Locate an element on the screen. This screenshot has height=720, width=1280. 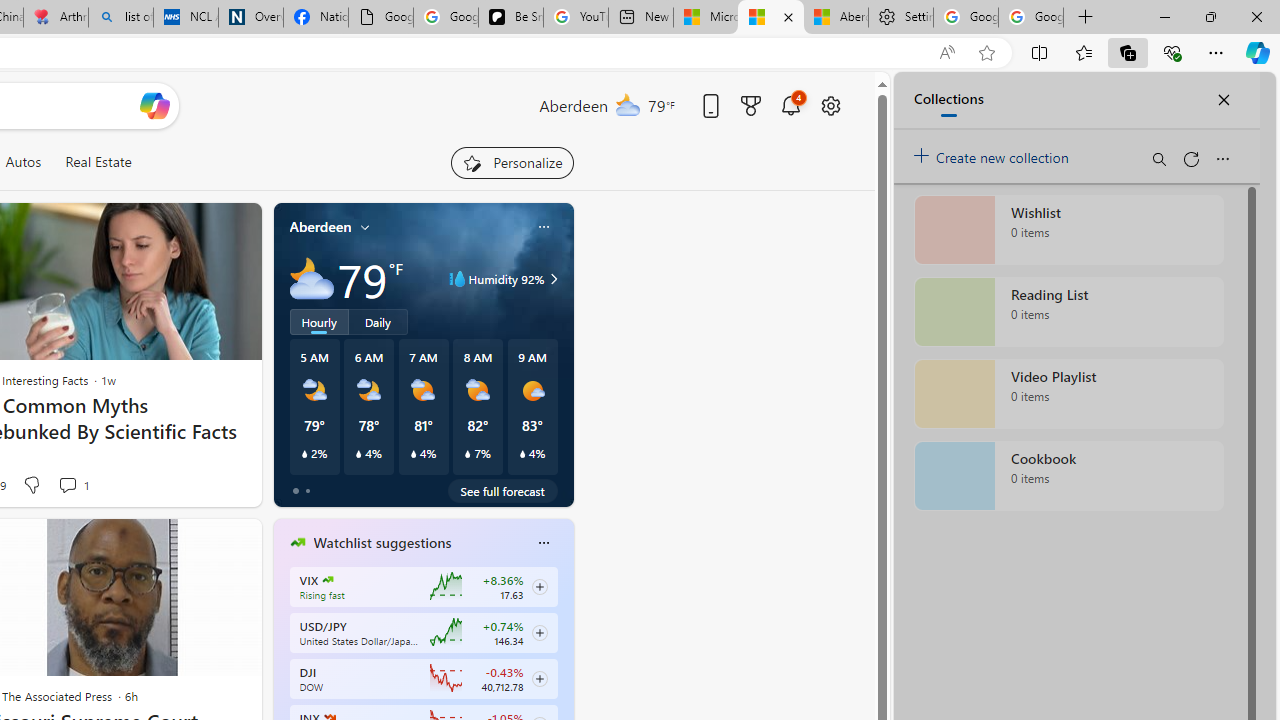
'Class: weather-current-precipitation-glyph' is located at coordinates (522, 453).